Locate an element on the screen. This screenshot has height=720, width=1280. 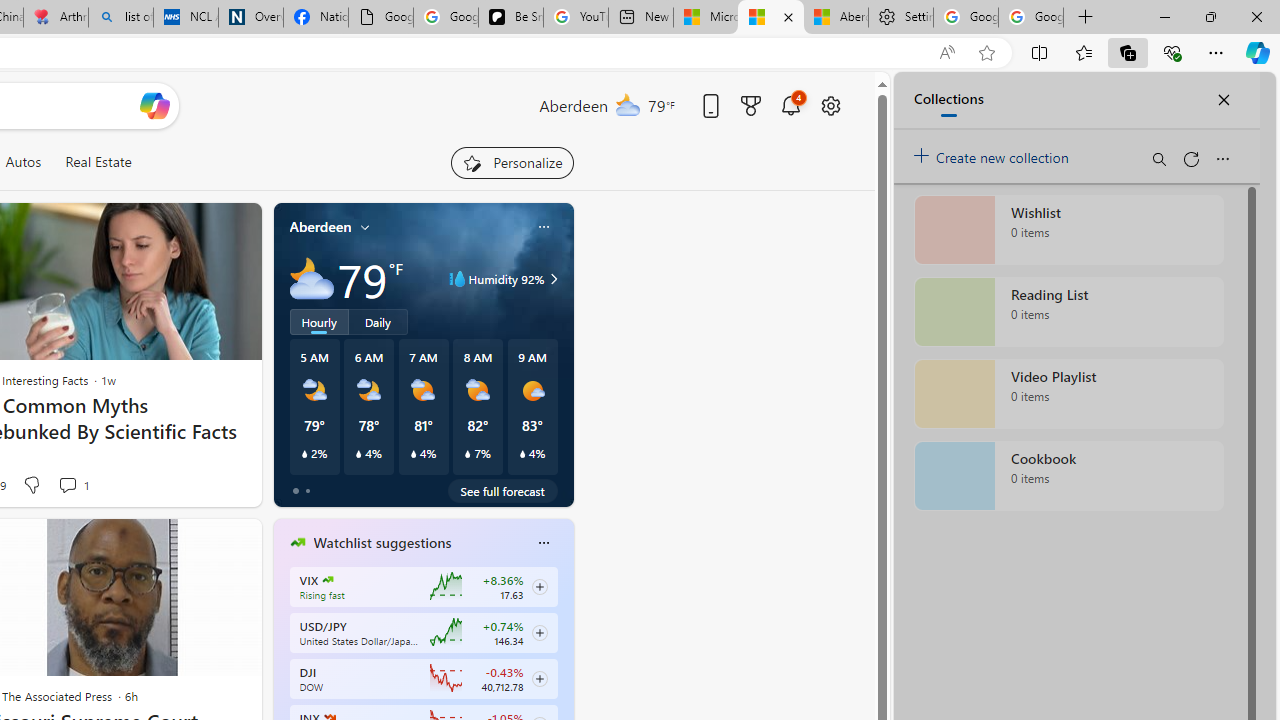
'Class: weather-current-precipitation-glyph' is located at coordinates (522, 453).